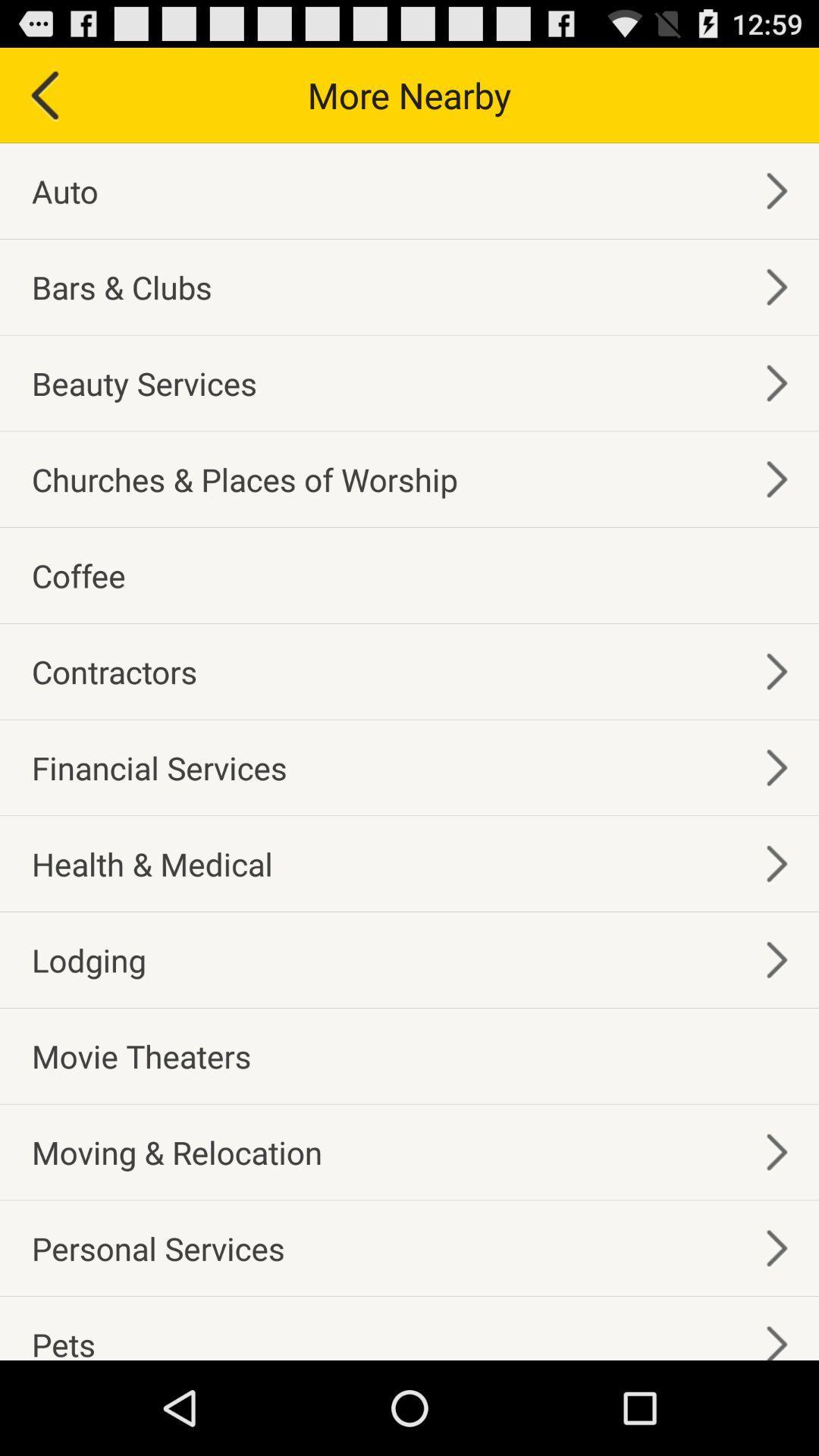 The image size is (819, 1456). I want to click on the item below moving & relocation icon, so click(158, 1248).